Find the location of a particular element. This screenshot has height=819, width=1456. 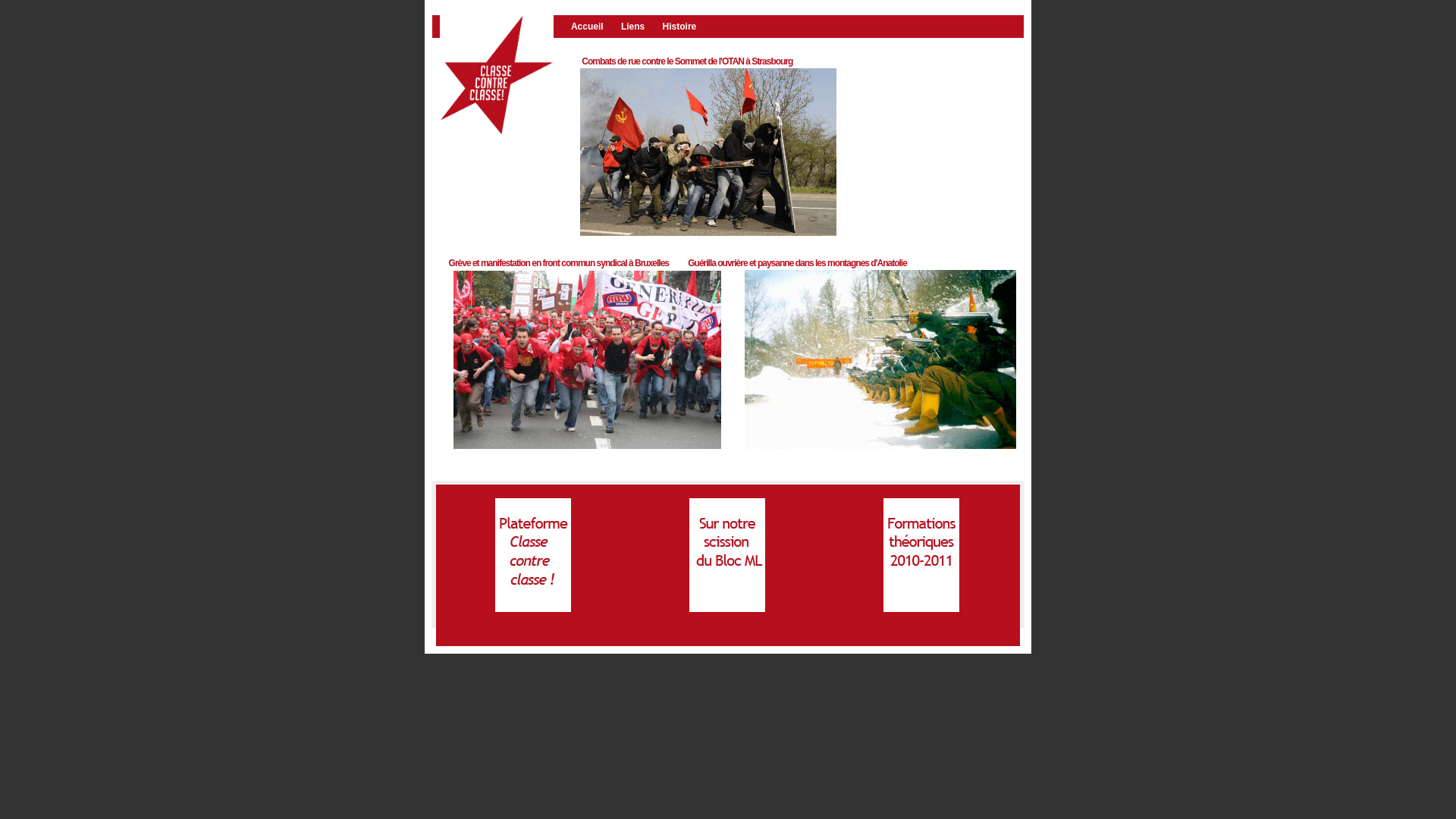

' Accueil' is located at coordinates (592, 26).